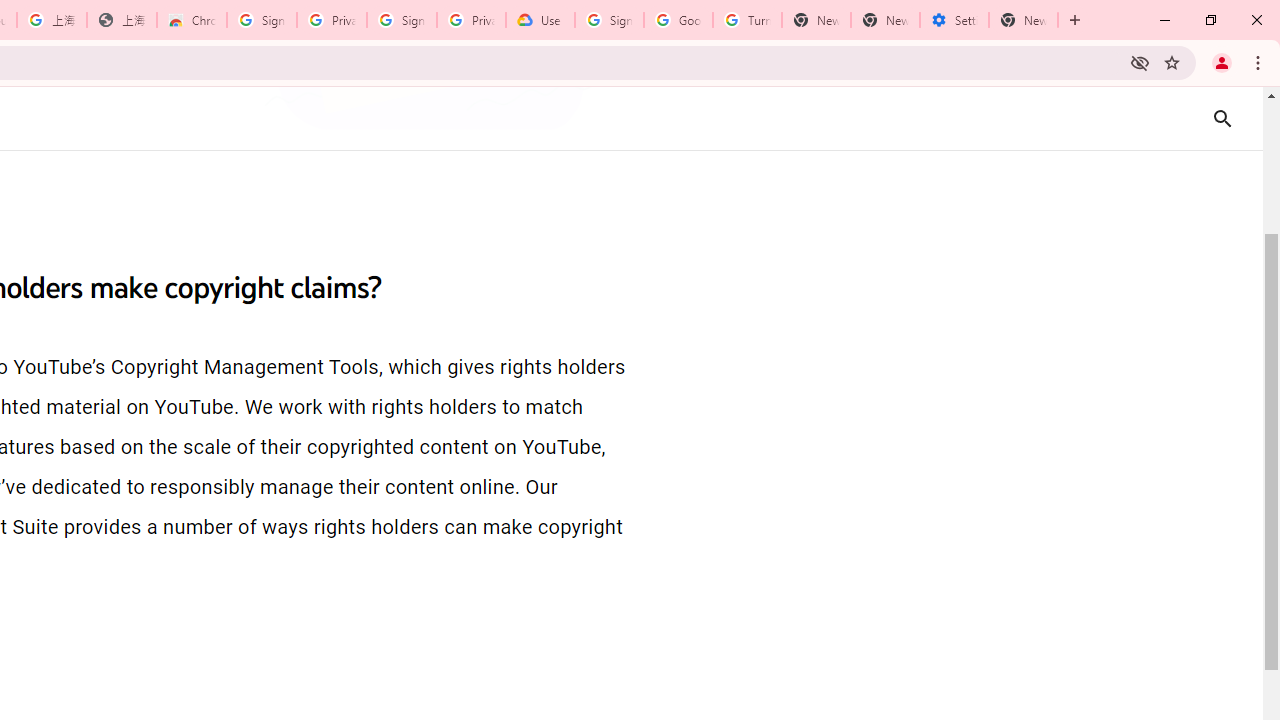  What do you see at coordinates (953, 20) in the screenshot?
I see `'Settings - System'` at bounding box center [953, 20].